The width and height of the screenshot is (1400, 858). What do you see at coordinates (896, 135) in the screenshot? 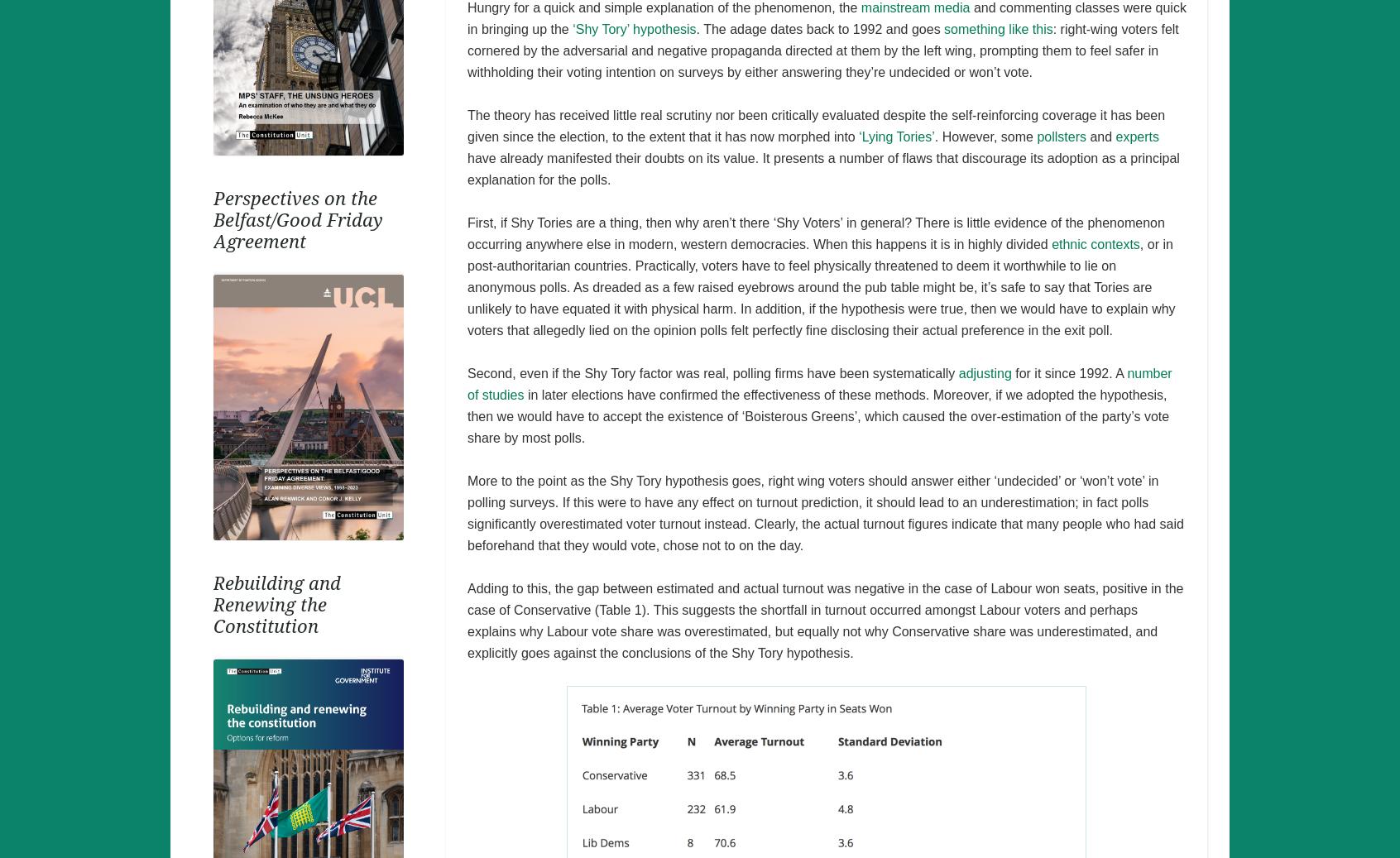
I see `'‘Lying Tories’'` at bounding box center [896, 135].